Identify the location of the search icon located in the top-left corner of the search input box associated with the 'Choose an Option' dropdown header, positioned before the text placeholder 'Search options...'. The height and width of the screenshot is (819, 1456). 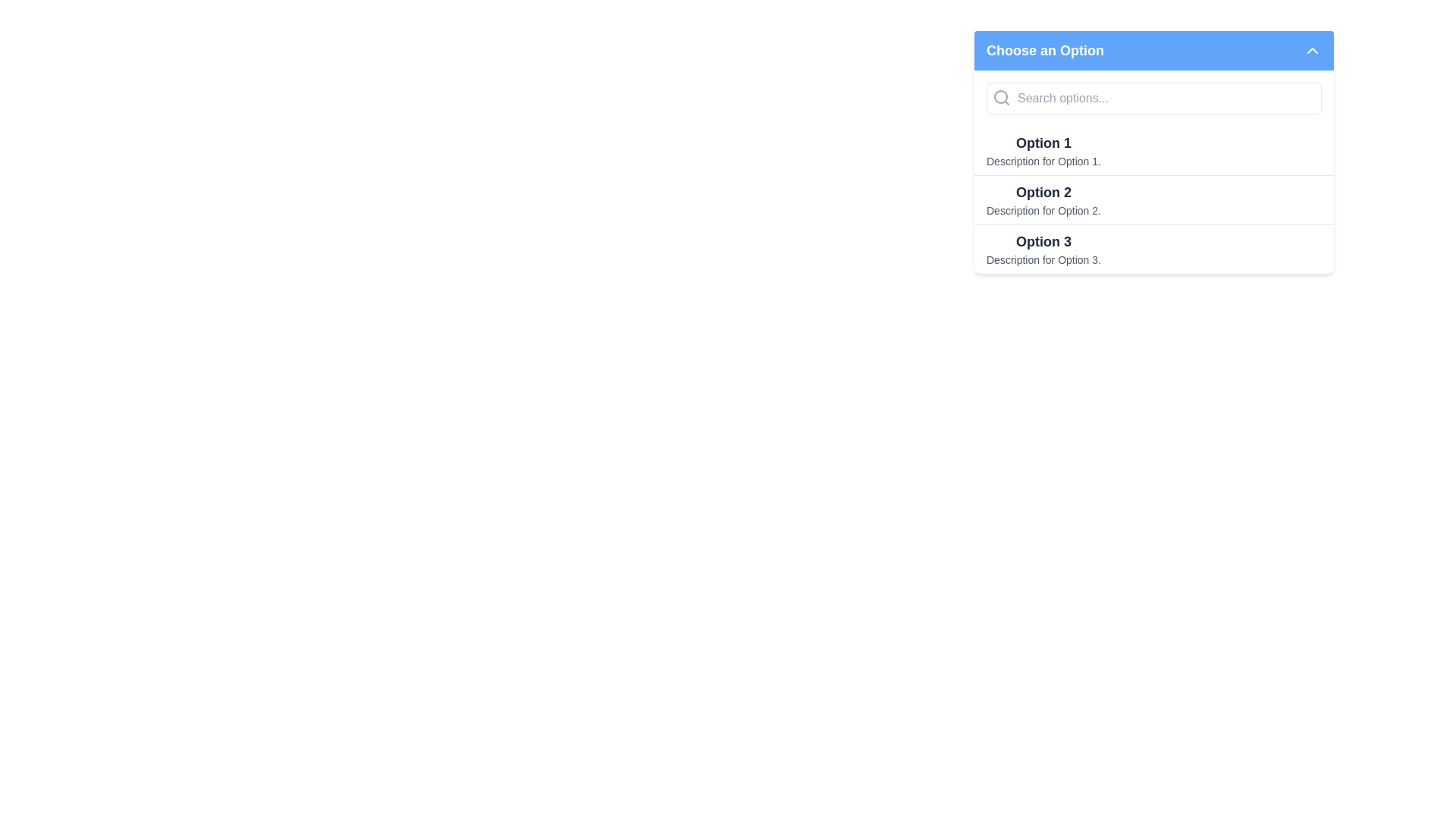
(1001, 97).